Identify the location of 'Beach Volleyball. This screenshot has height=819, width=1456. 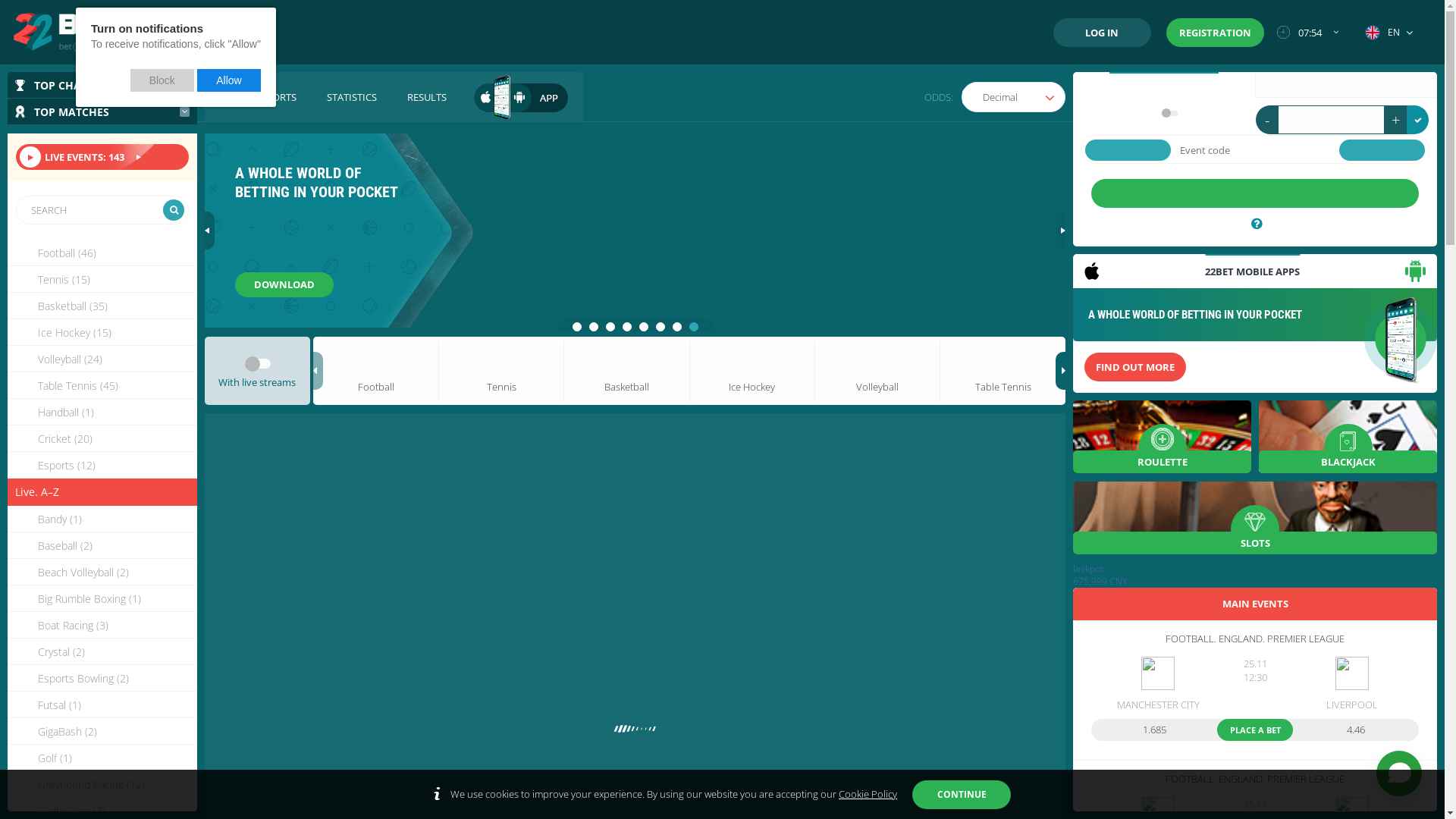
(101, 572).